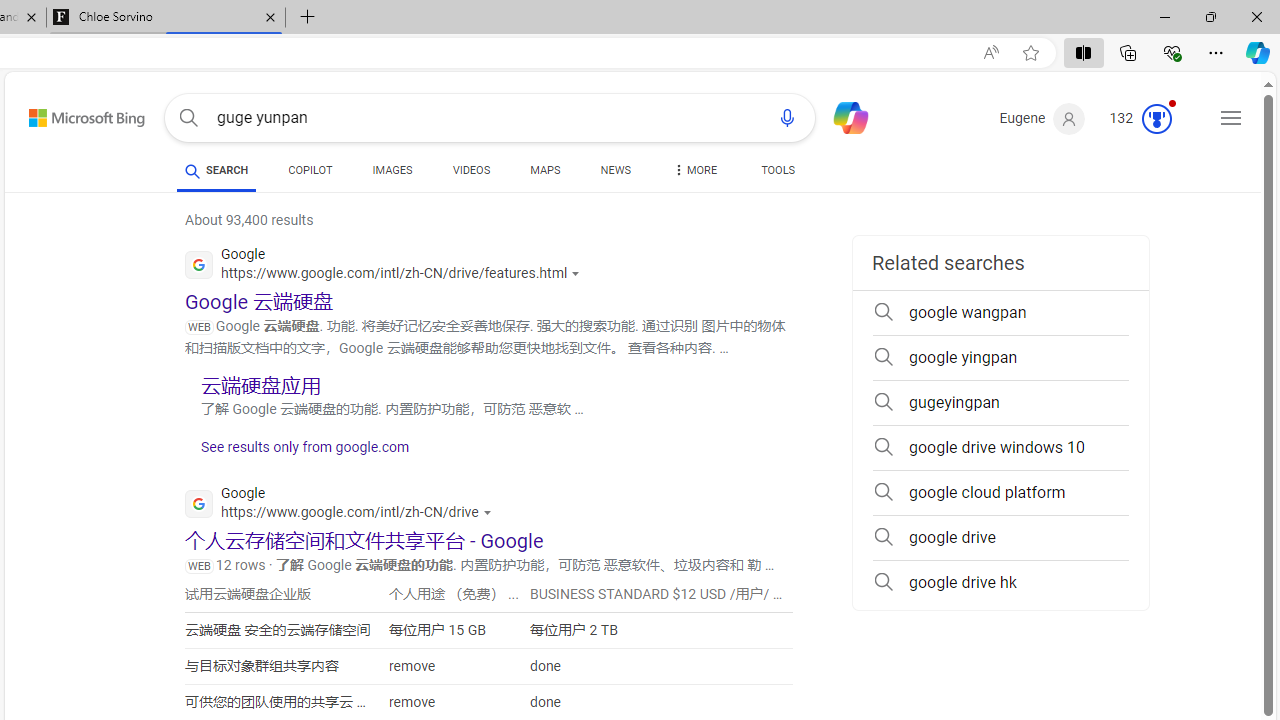 Image resolution: width=1280 pixels, height=720 pixels. What do you see at coordinates (1000, 312) in the screenshot?
I see `'google wangpan'` at bounding box center [1000, 312].